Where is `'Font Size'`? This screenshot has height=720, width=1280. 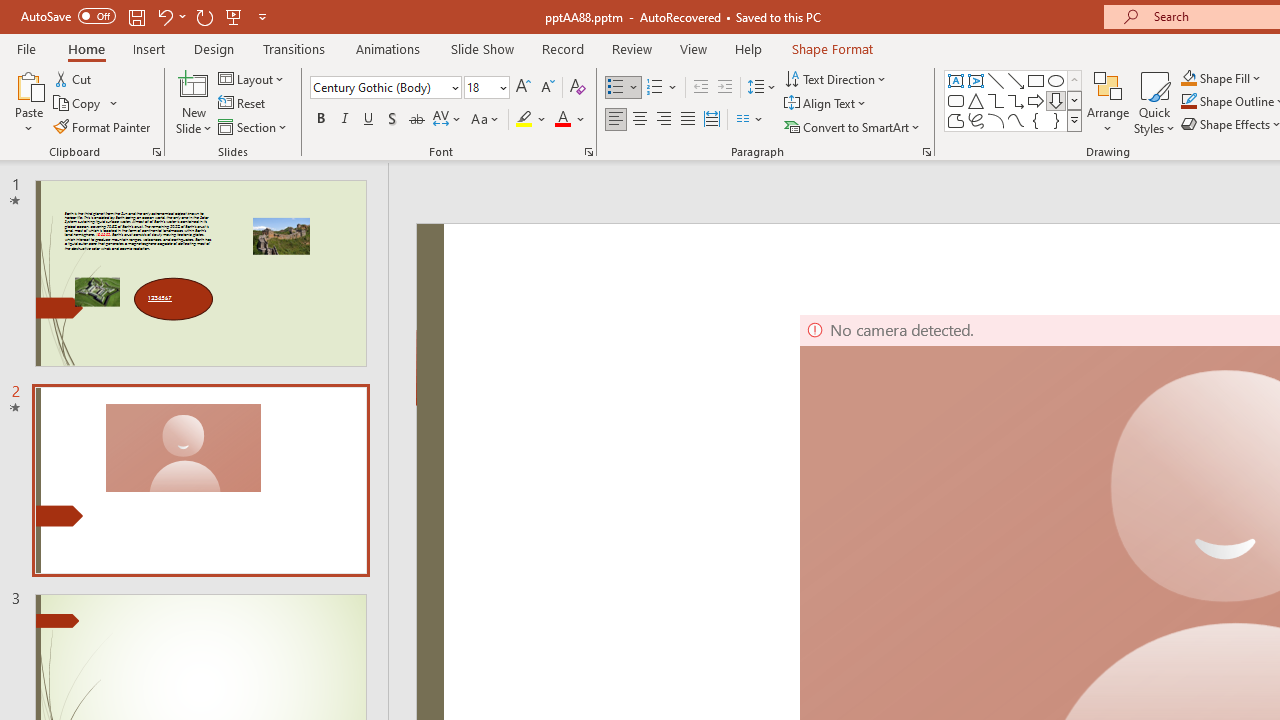
'Font Size' is located at coordinates (486, 86).